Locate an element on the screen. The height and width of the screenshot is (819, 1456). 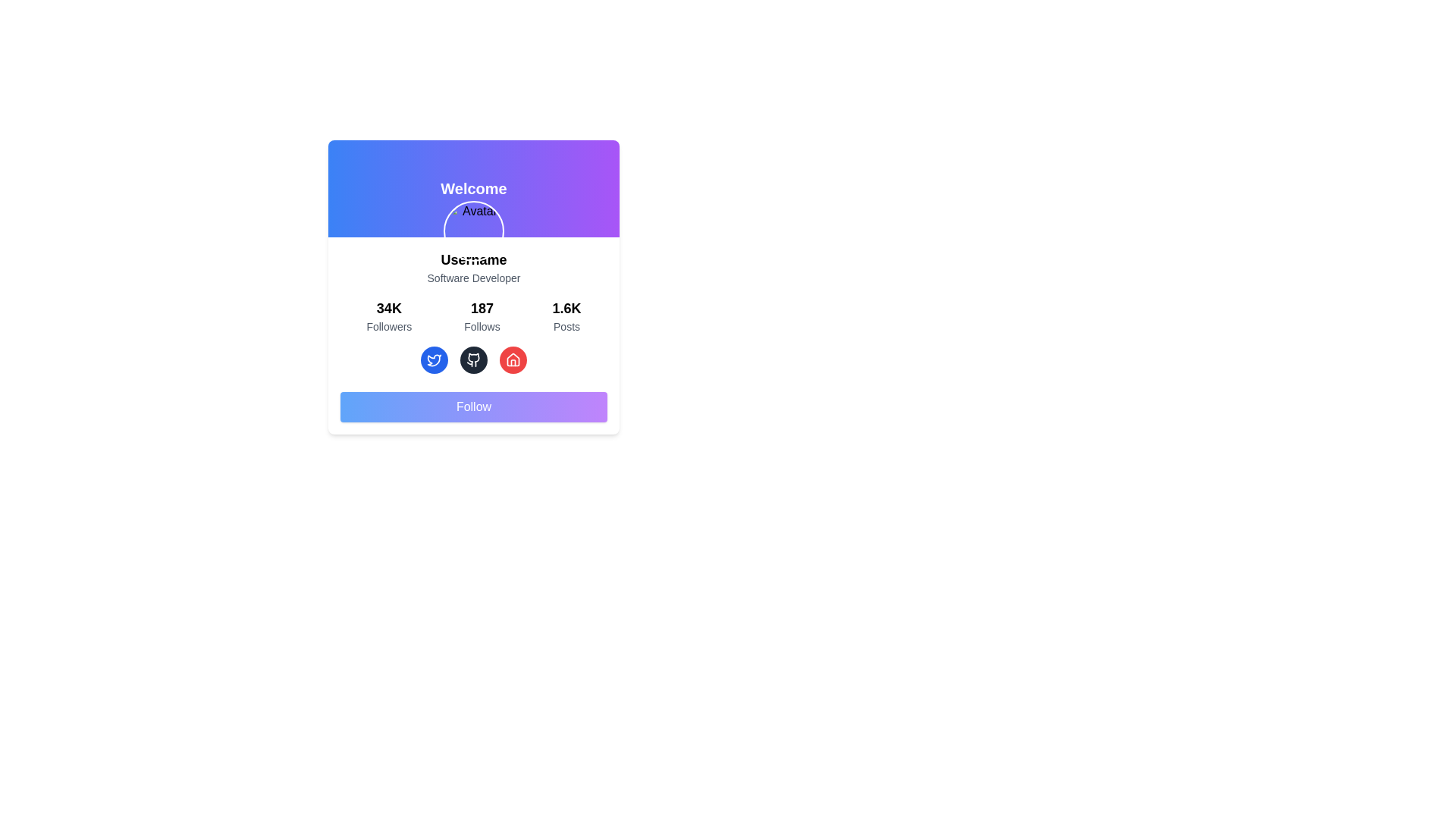
numerical and descriptive information displayed in the Text Display showing the count of follows associated with the user, located between the 'Followers' and 'Posts' components is located at coordinates (481, 315).